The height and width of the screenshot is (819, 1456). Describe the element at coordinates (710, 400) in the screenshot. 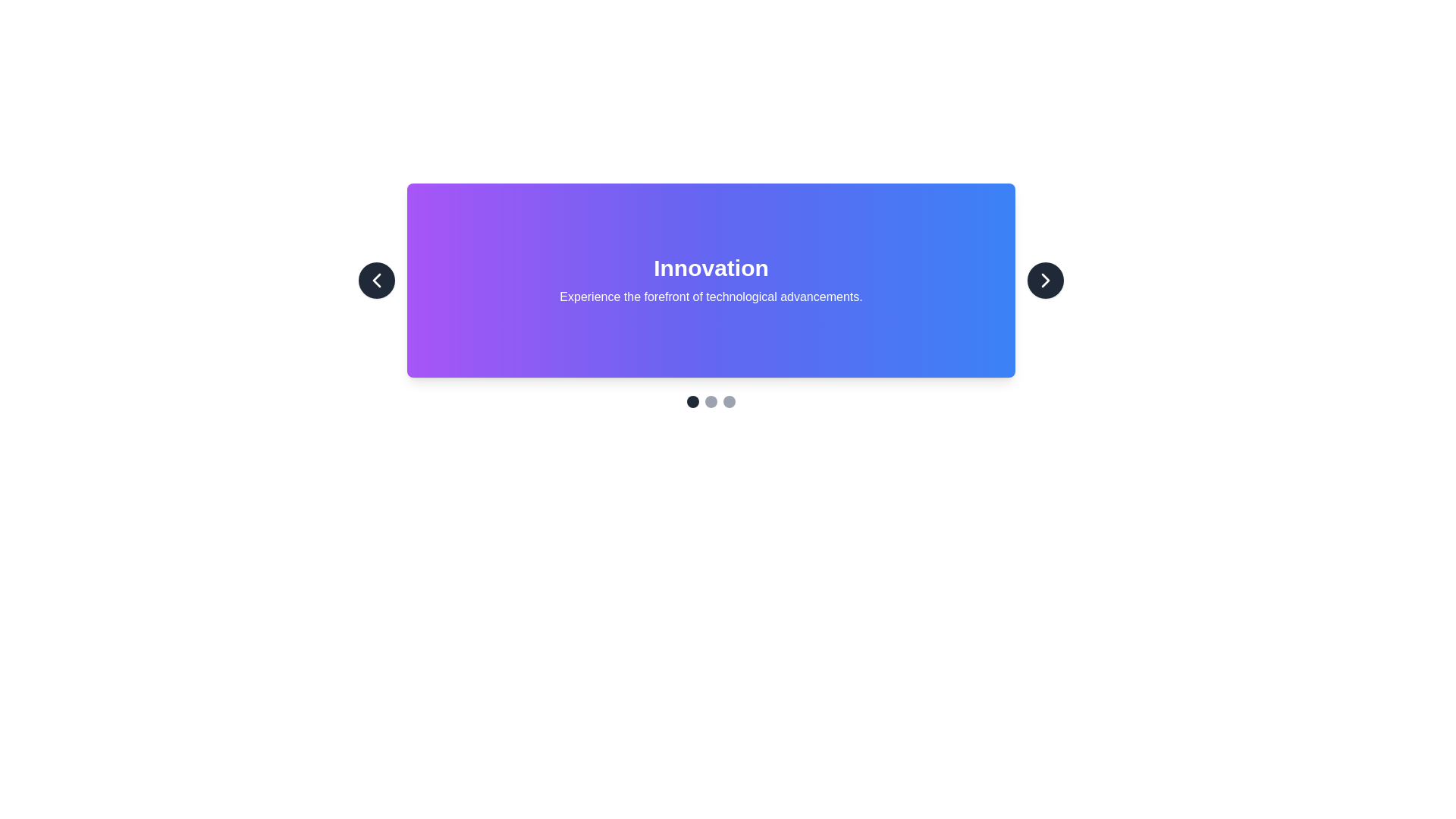

I see `the center navigation dot located below the 'Innovation' section` at that location.